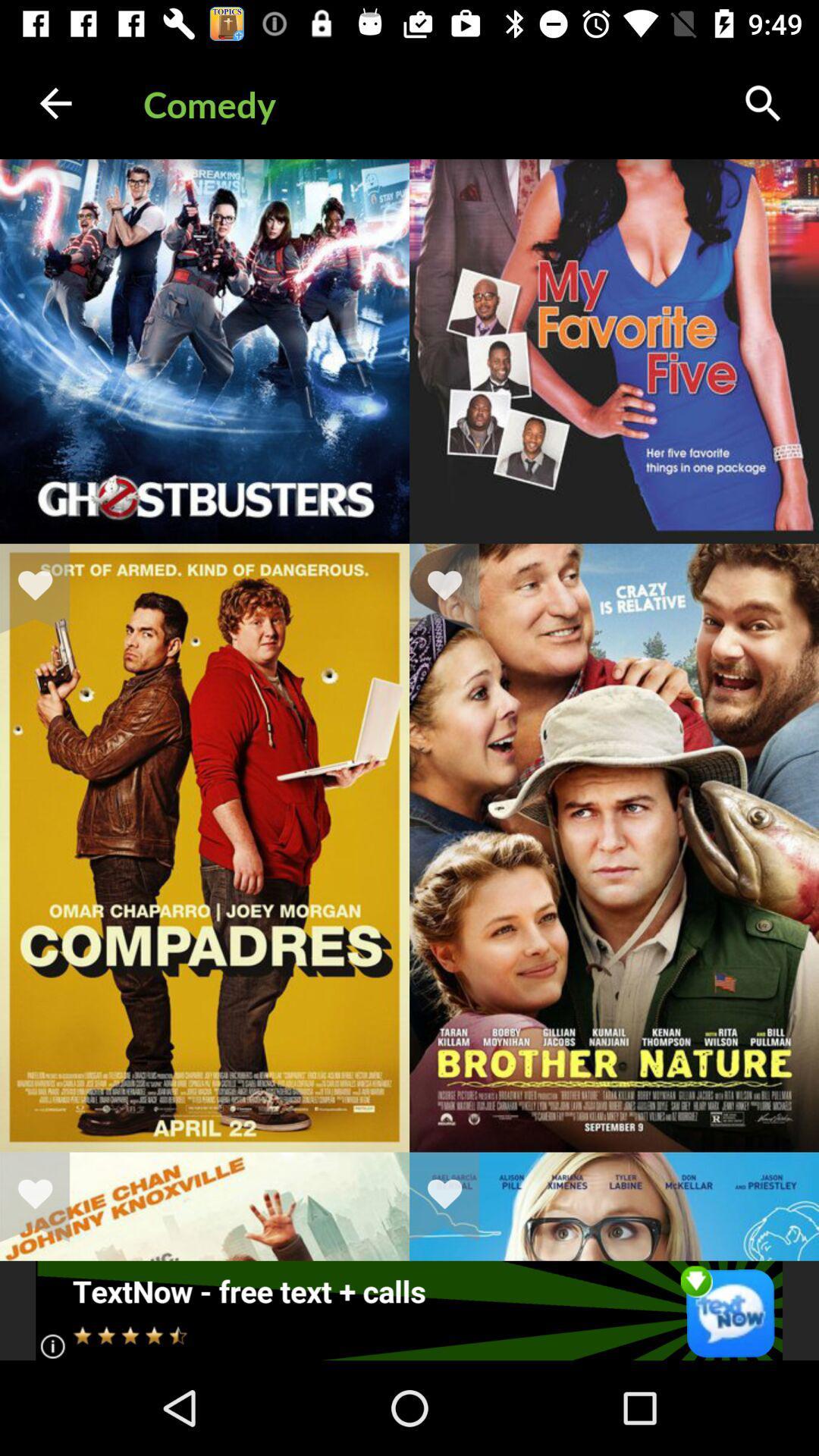  I want to click on the icon to the left of the comedy item, so click(55, 102).